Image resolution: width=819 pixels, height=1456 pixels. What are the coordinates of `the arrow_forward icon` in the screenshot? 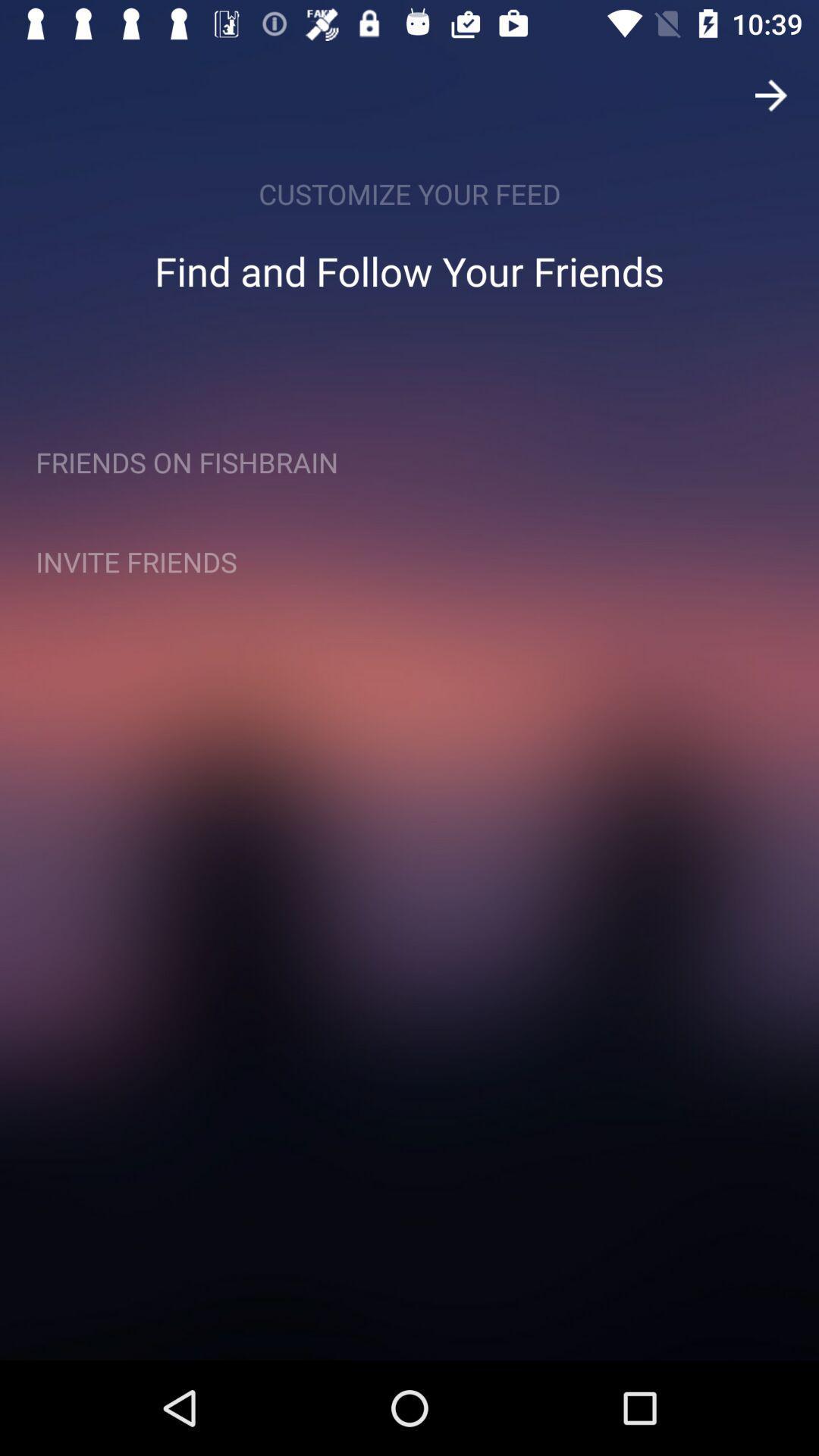 It's located at (771, 94).